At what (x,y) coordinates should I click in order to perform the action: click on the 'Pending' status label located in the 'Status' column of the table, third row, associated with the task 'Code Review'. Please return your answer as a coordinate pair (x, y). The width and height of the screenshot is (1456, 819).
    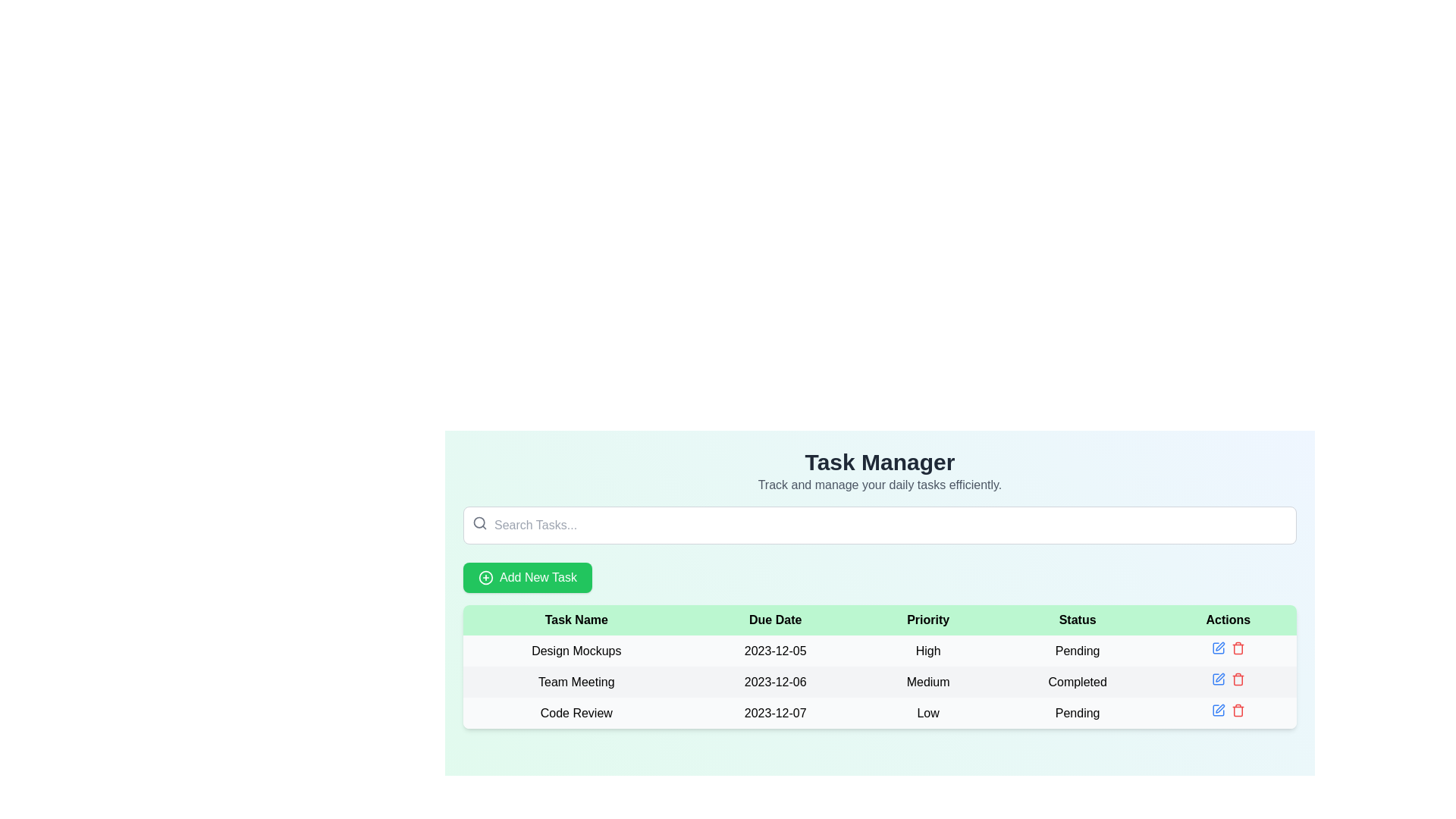
    Looking at the image, I should click on (1077, 713).